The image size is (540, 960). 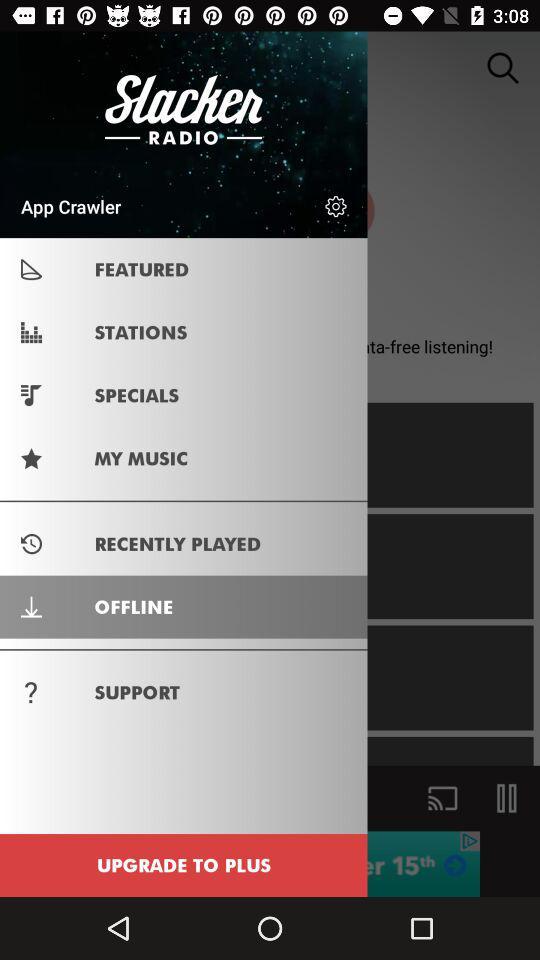 I want to click on the pause icon, so click(x=507, y=798).